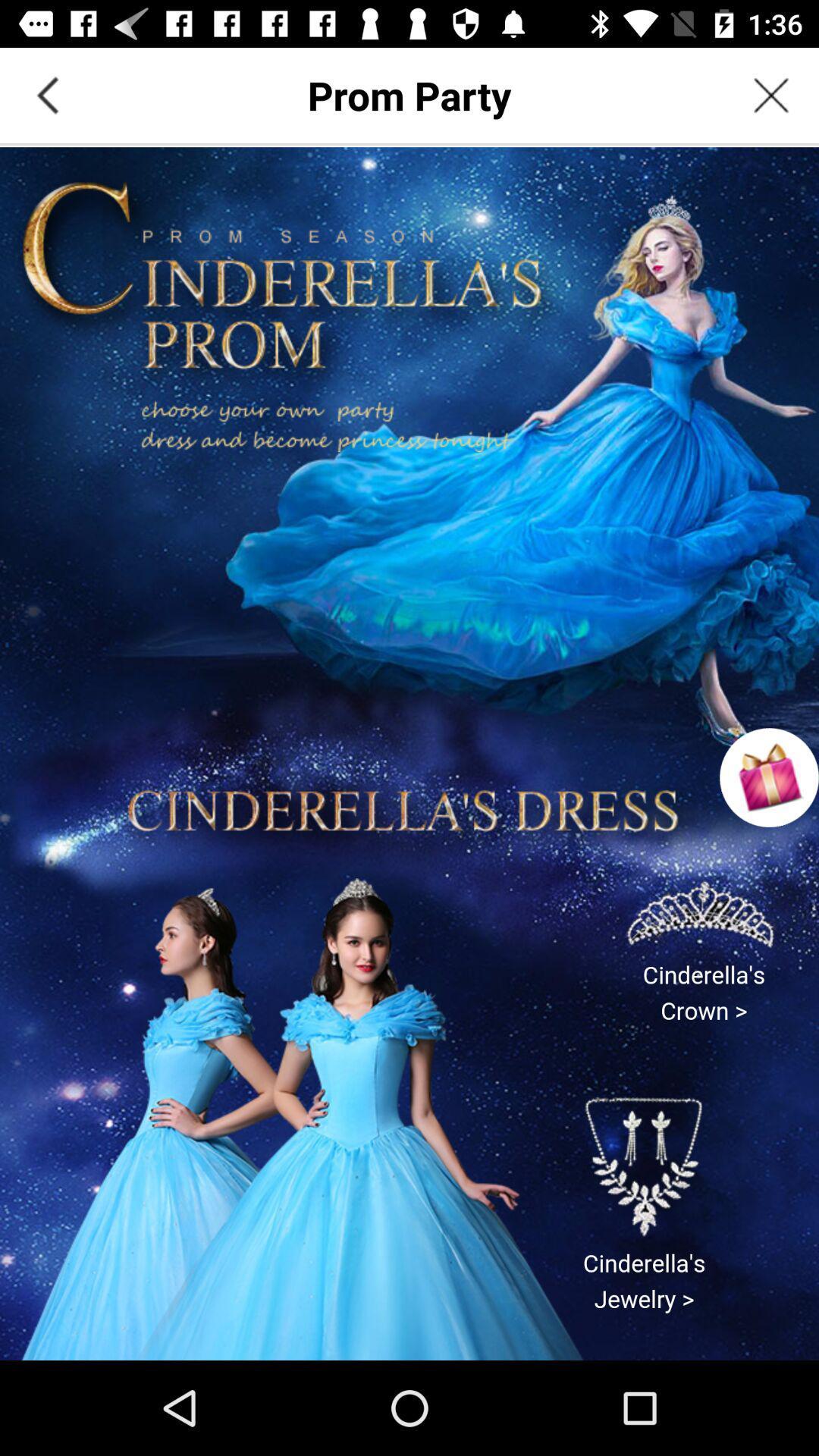 The image size is (819, 1456). I want to click on go back, so click(46, 94).